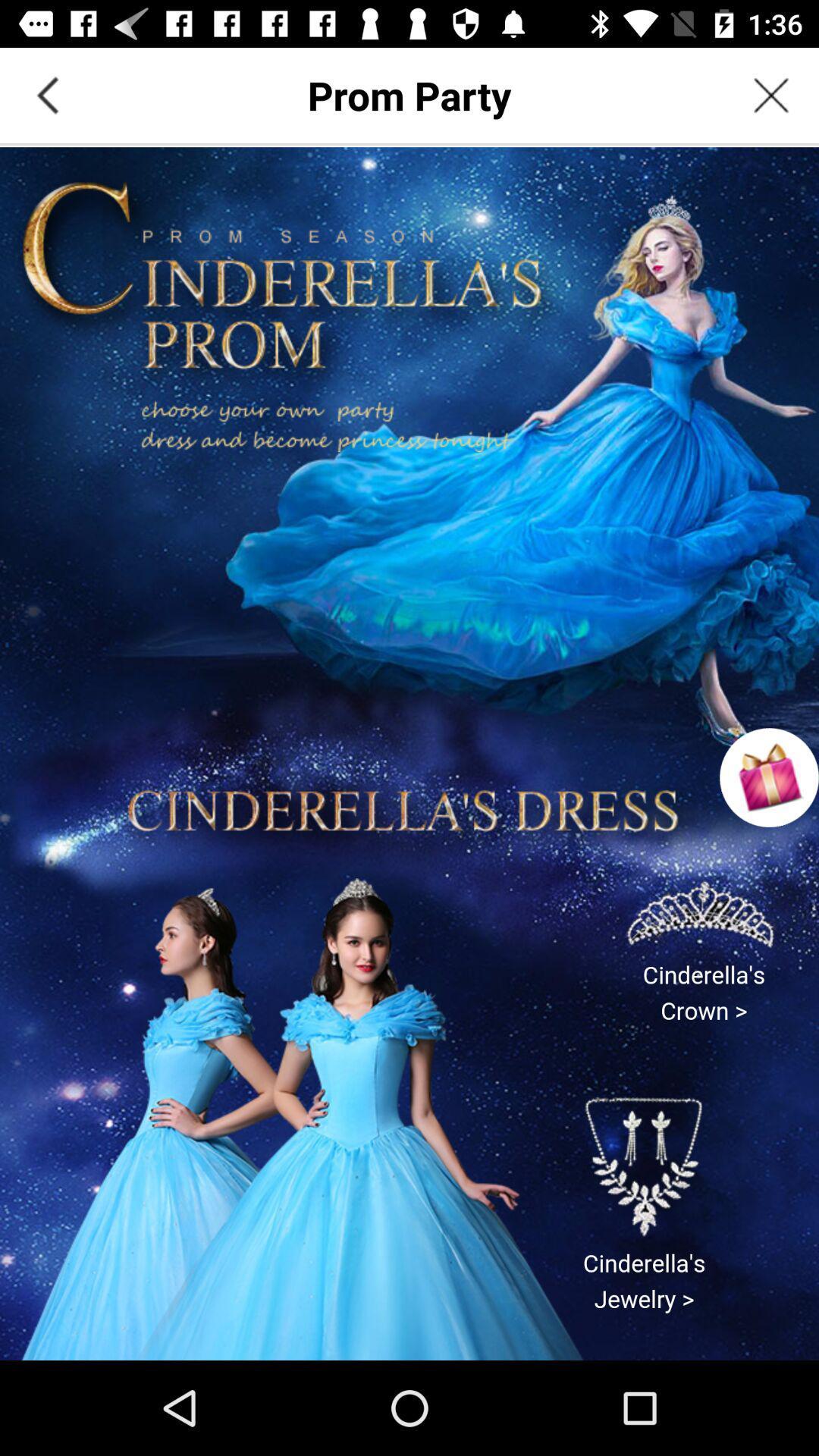 The image size is (819, 1456). I want to click on go back, so click(46, 94).